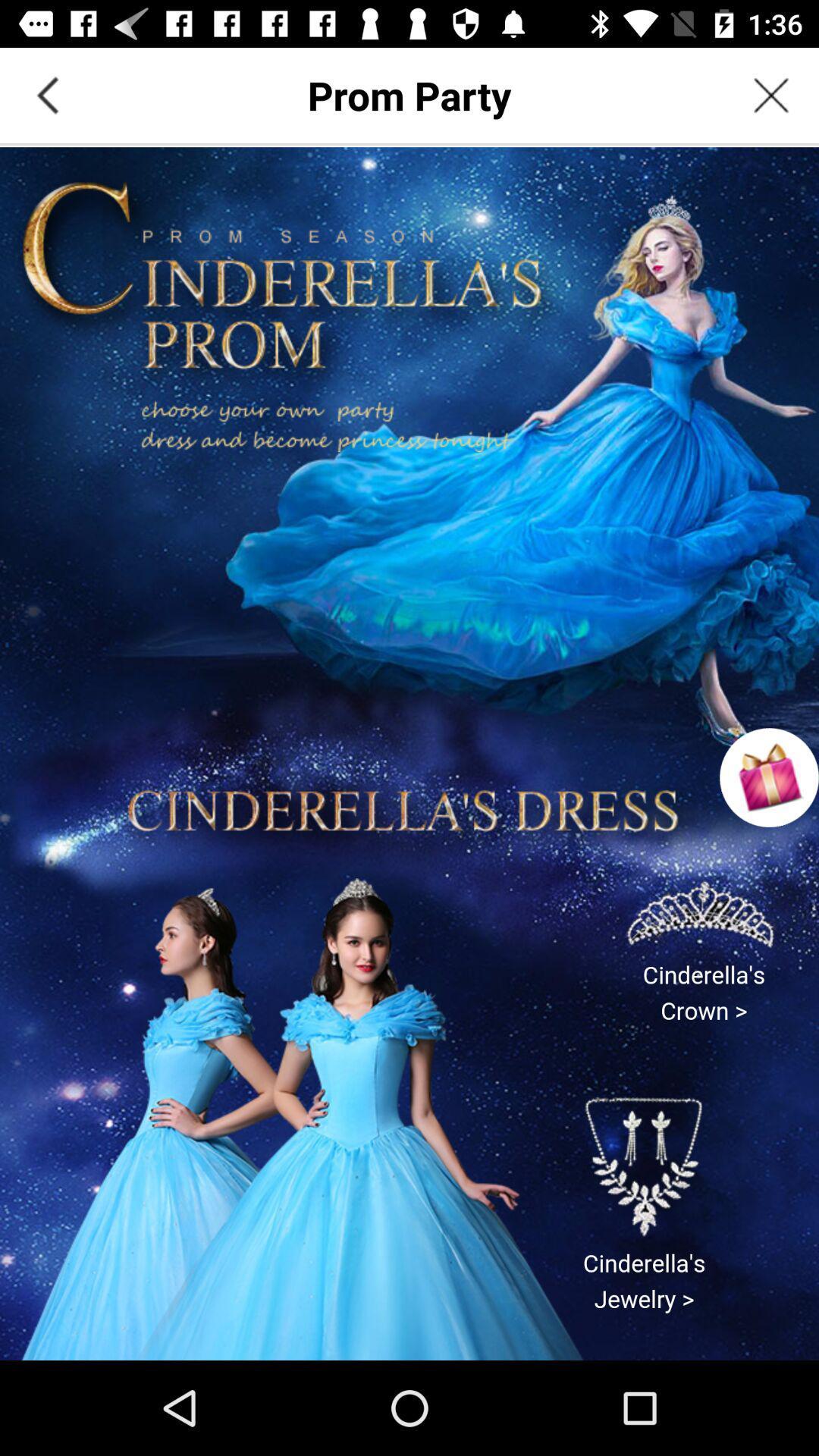 The image size is (819, 1456). I want to click on go back, so click(46, 94).